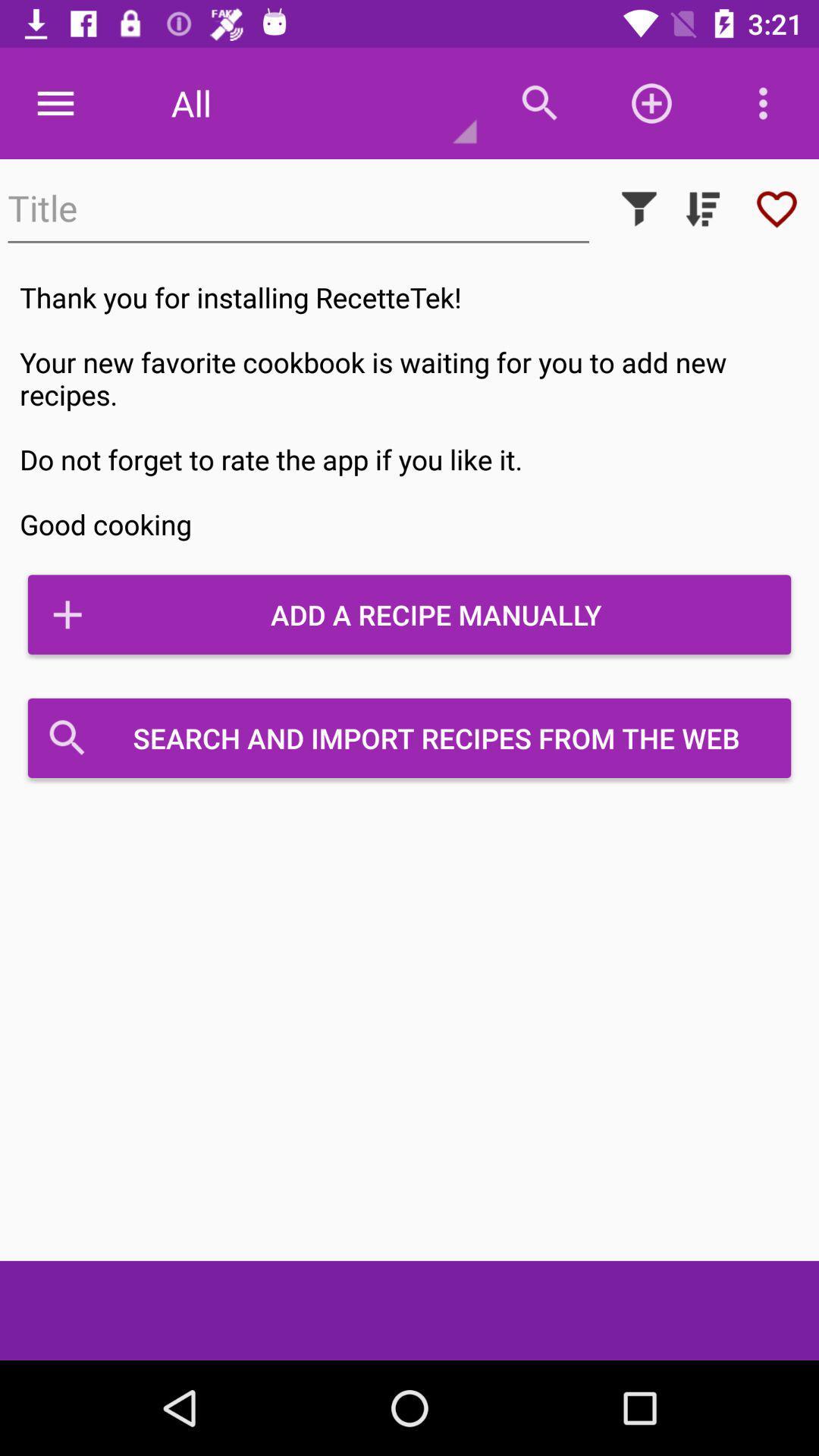 This screenshot has width=819, height=1456. What do you see at coordinates (702, 208) in the screenshot?
I see `the item above thank you for` at bounding box center [702, 208].